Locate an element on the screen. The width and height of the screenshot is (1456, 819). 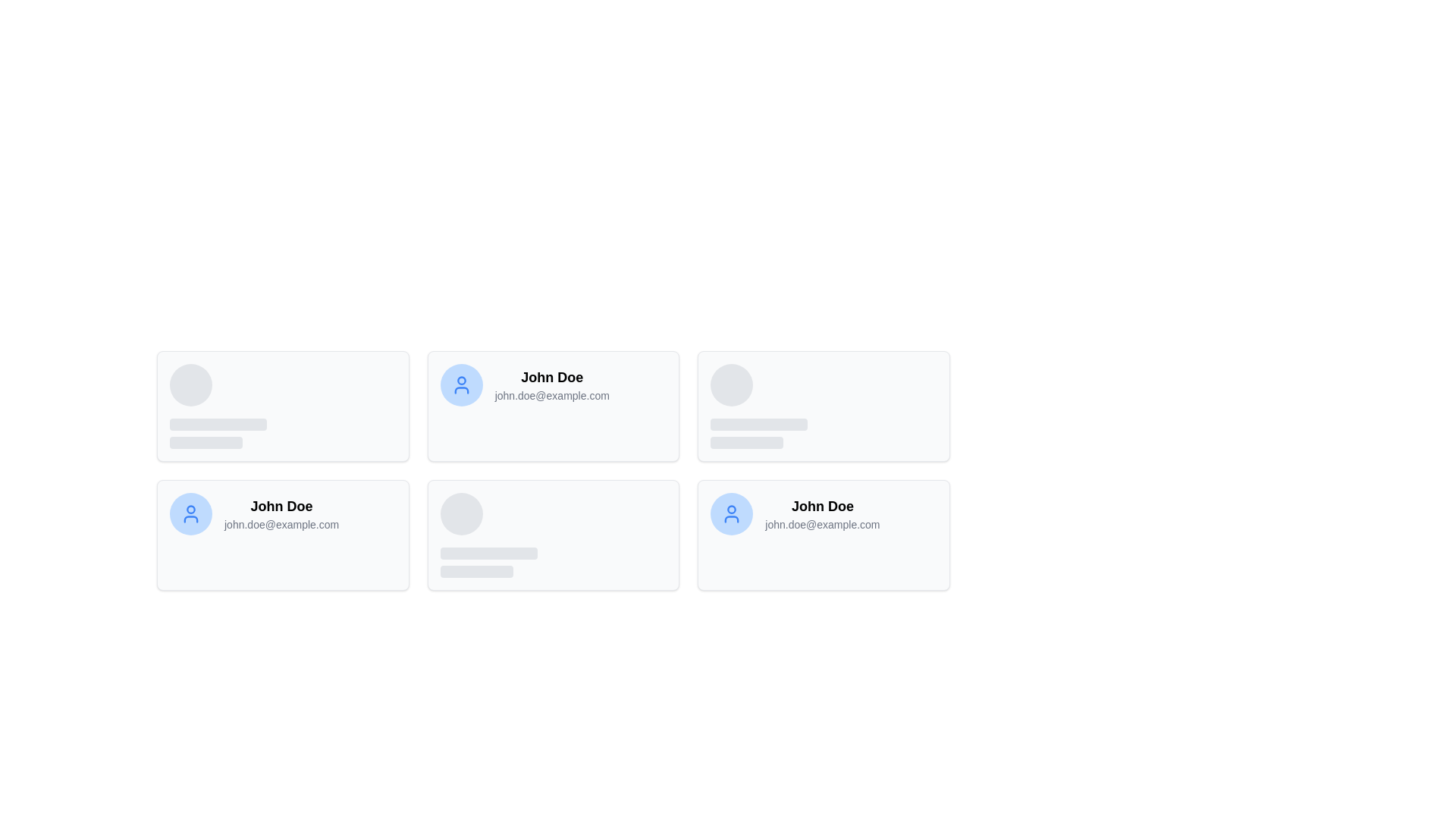
the text display component showing 'John Doe' and 'john.doe@example.com' is located at coordinates (551, 384).